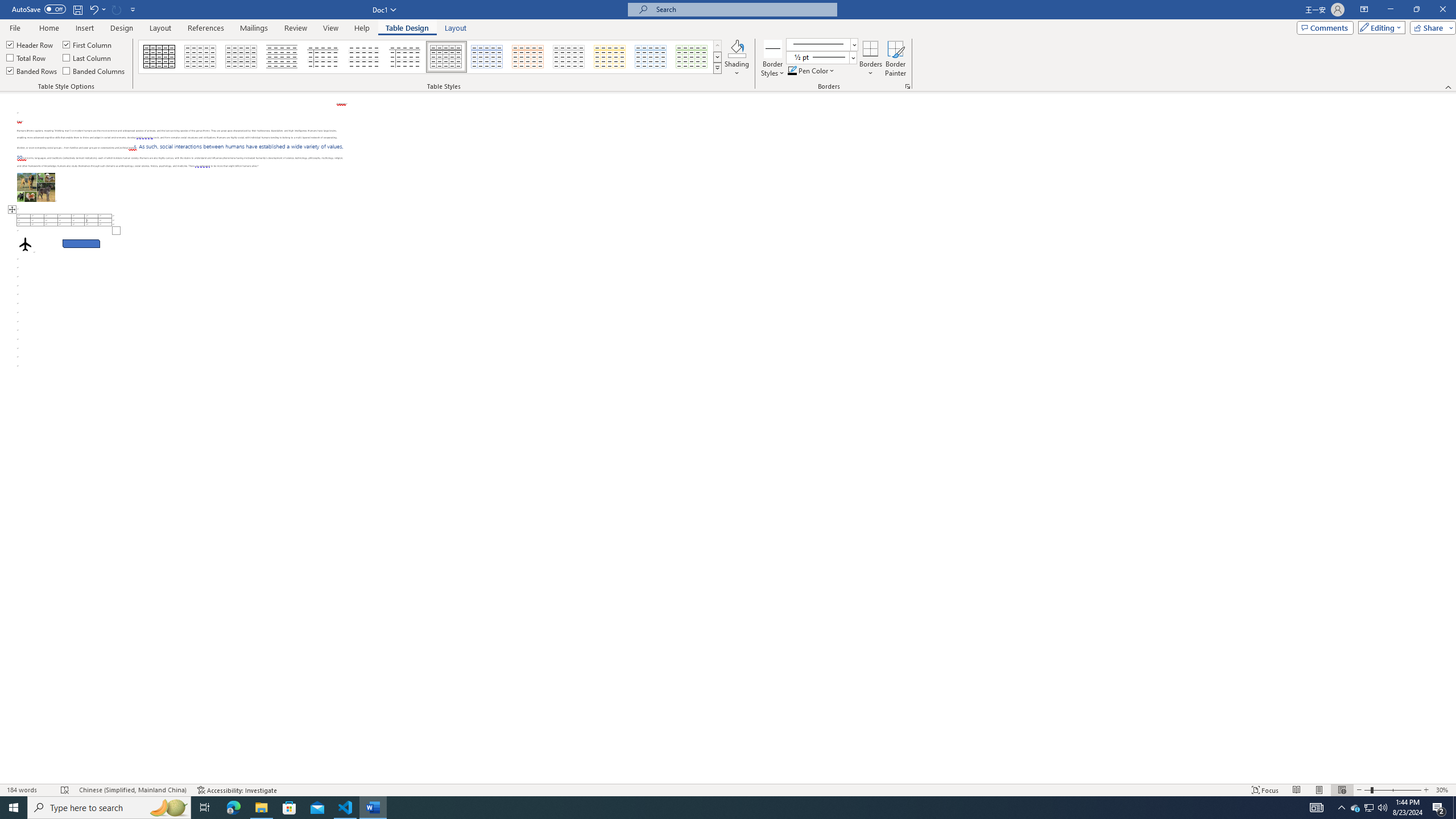  I want to click on 'Plain Table 5', so click(405, 56).